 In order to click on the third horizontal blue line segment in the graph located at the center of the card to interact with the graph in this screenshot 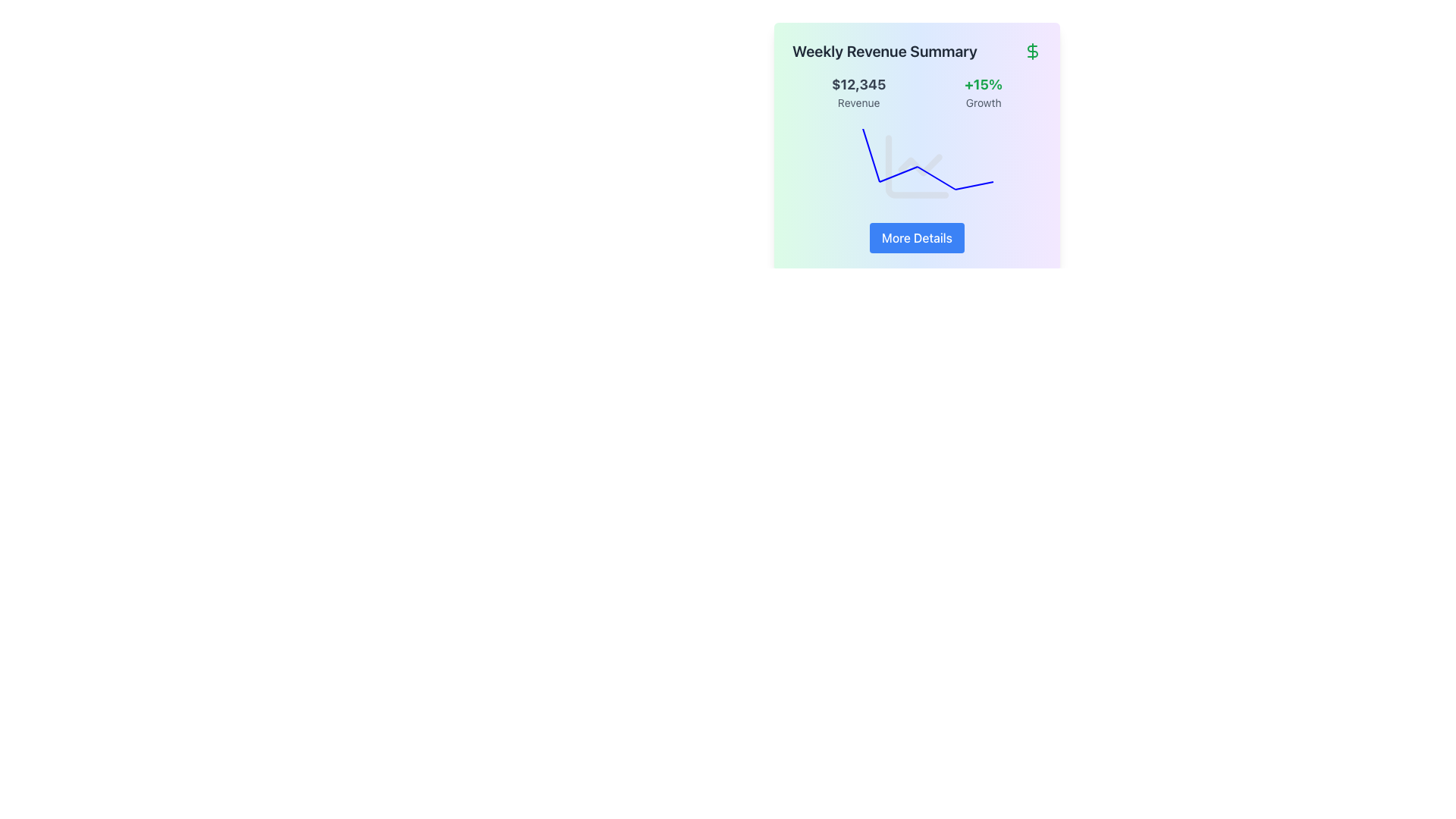, I will do `click(898, 174)`.